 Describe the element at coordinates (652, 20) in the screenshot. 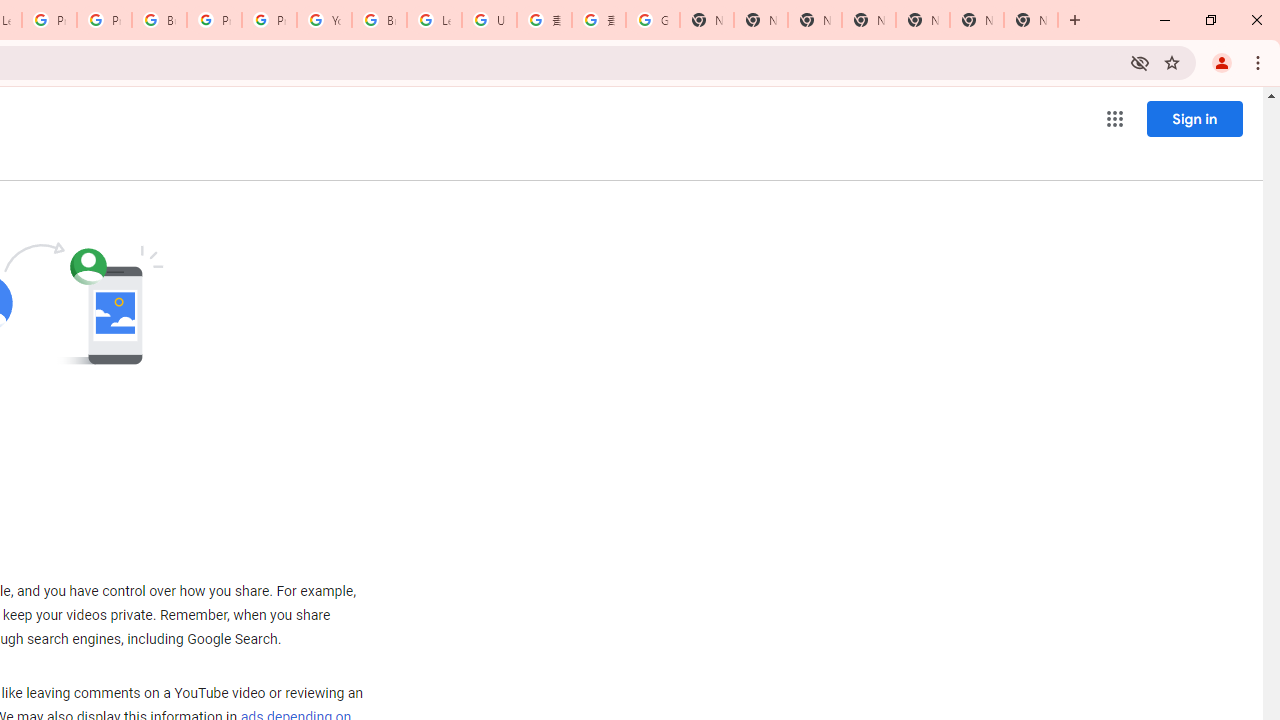

I see `'Google Images'` at that location.